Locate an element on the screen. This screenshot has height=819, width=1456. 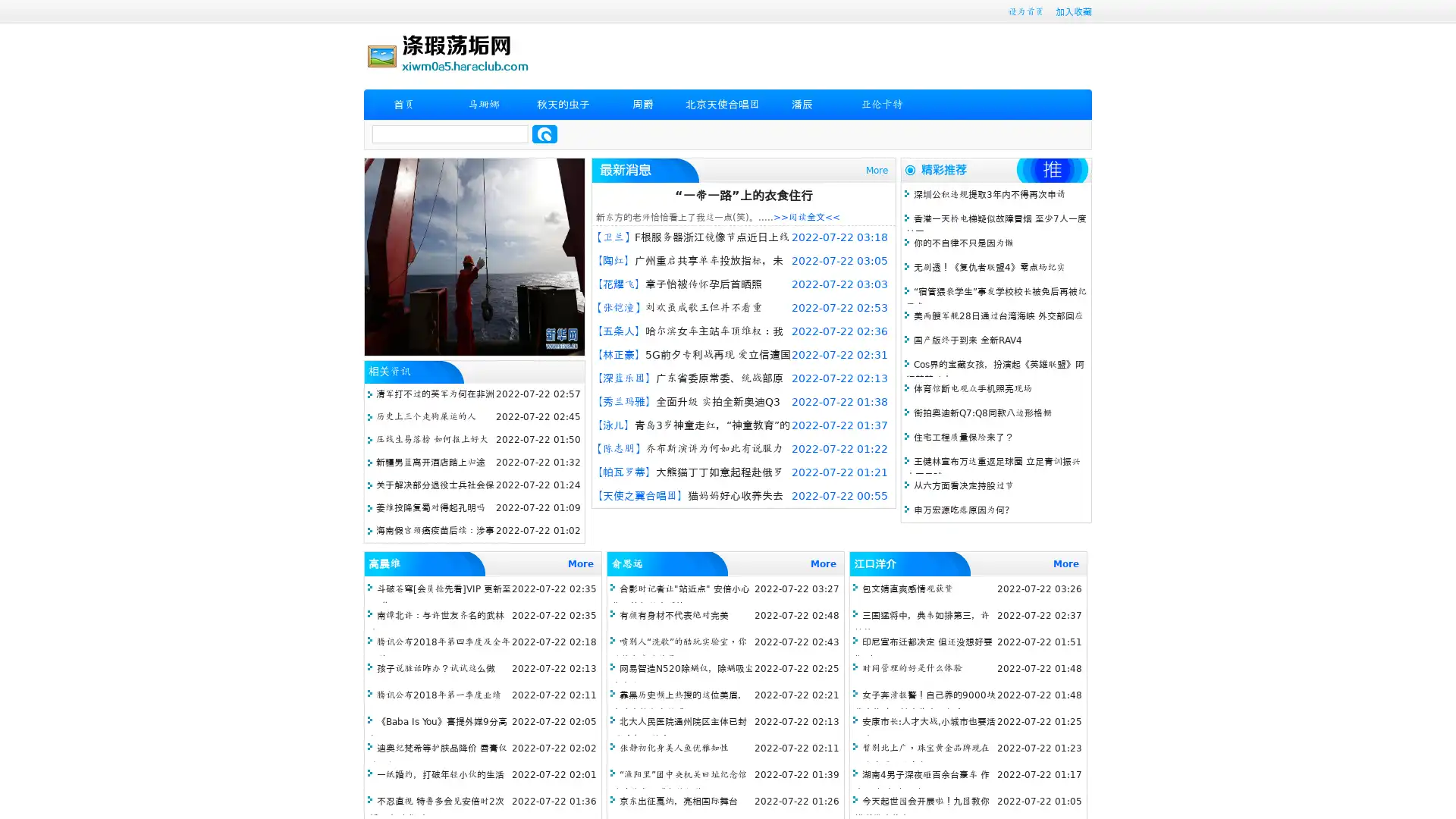
Search is located at coordinates (544, 133).